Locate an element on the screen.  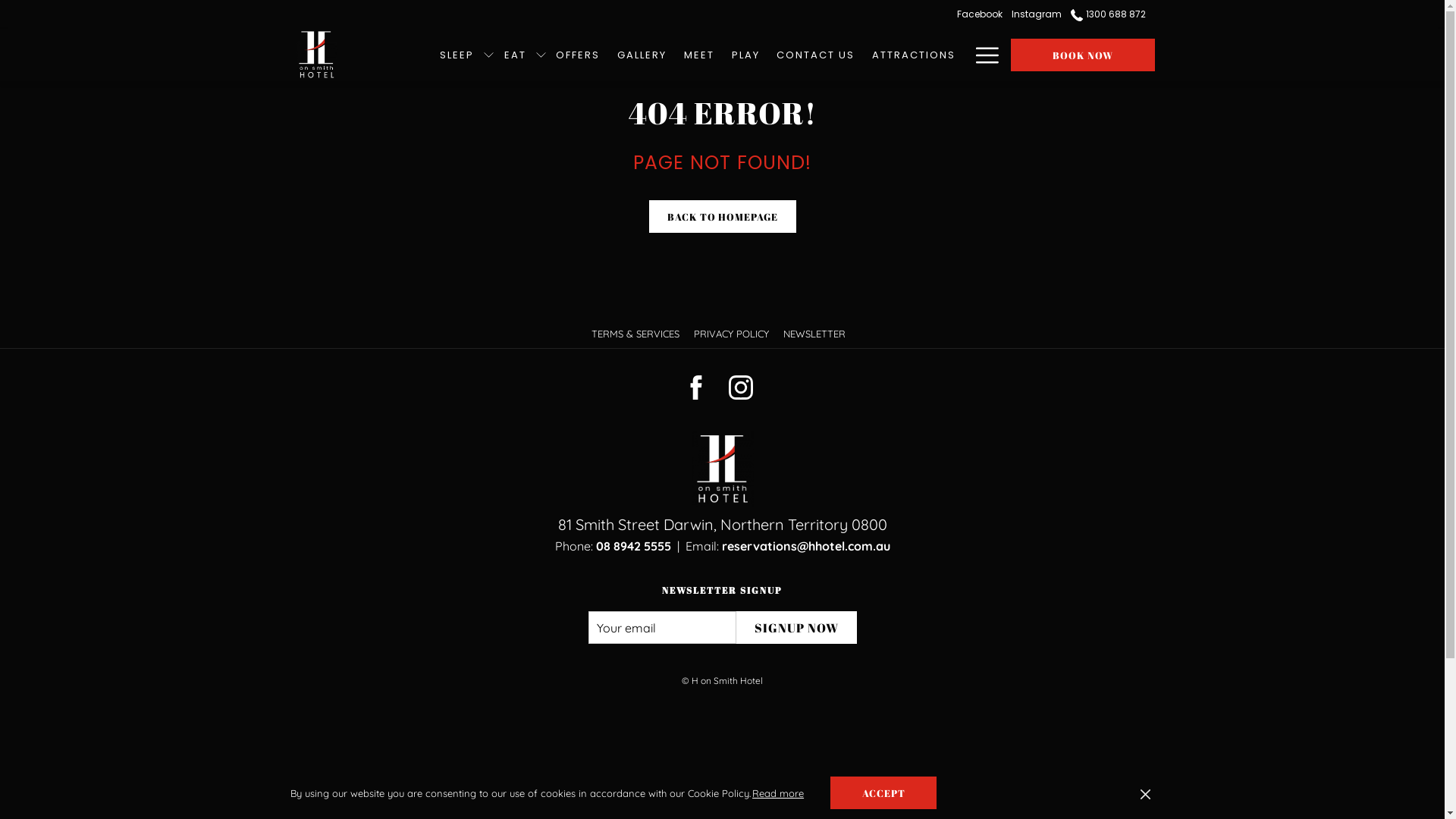
'BOOK NOW' is located at coordinates (1081, 54).